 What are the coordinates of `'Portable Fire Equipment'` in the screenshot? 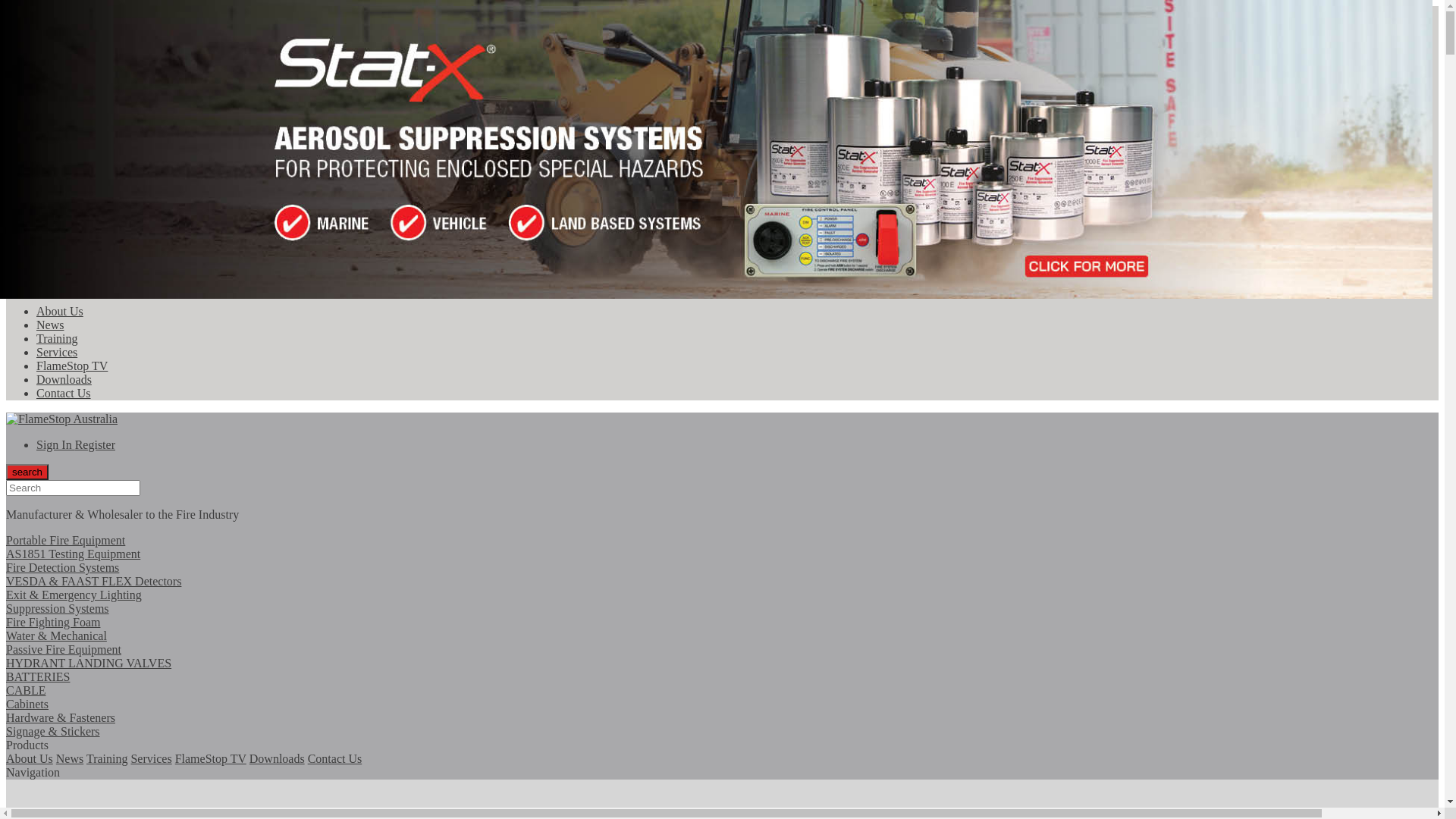 It's located at (6, 539).